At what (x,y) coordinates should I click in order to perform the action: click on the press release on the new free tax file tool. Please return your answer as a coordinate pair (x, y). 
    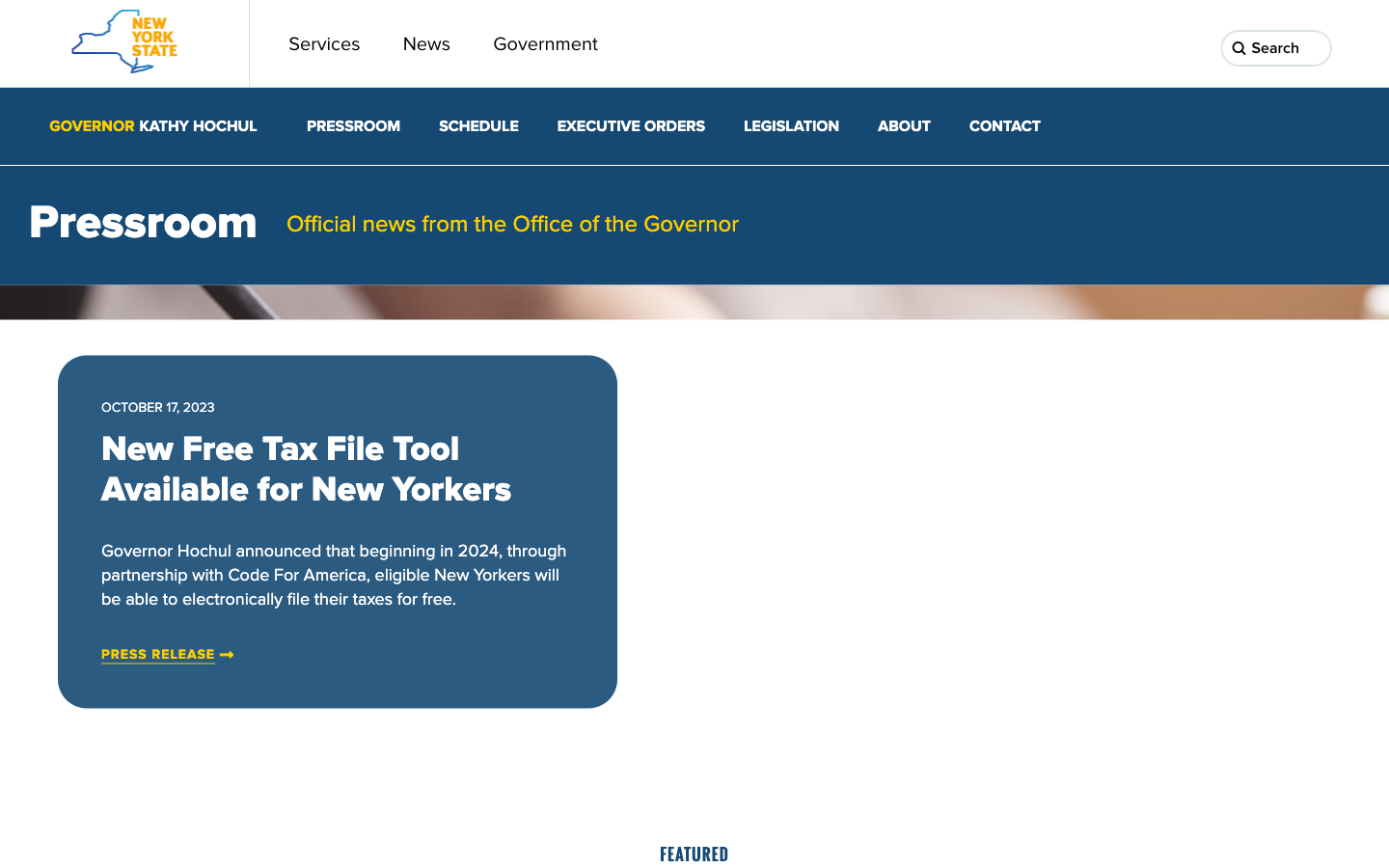
    Looking at the image, I should click on (157, 654).